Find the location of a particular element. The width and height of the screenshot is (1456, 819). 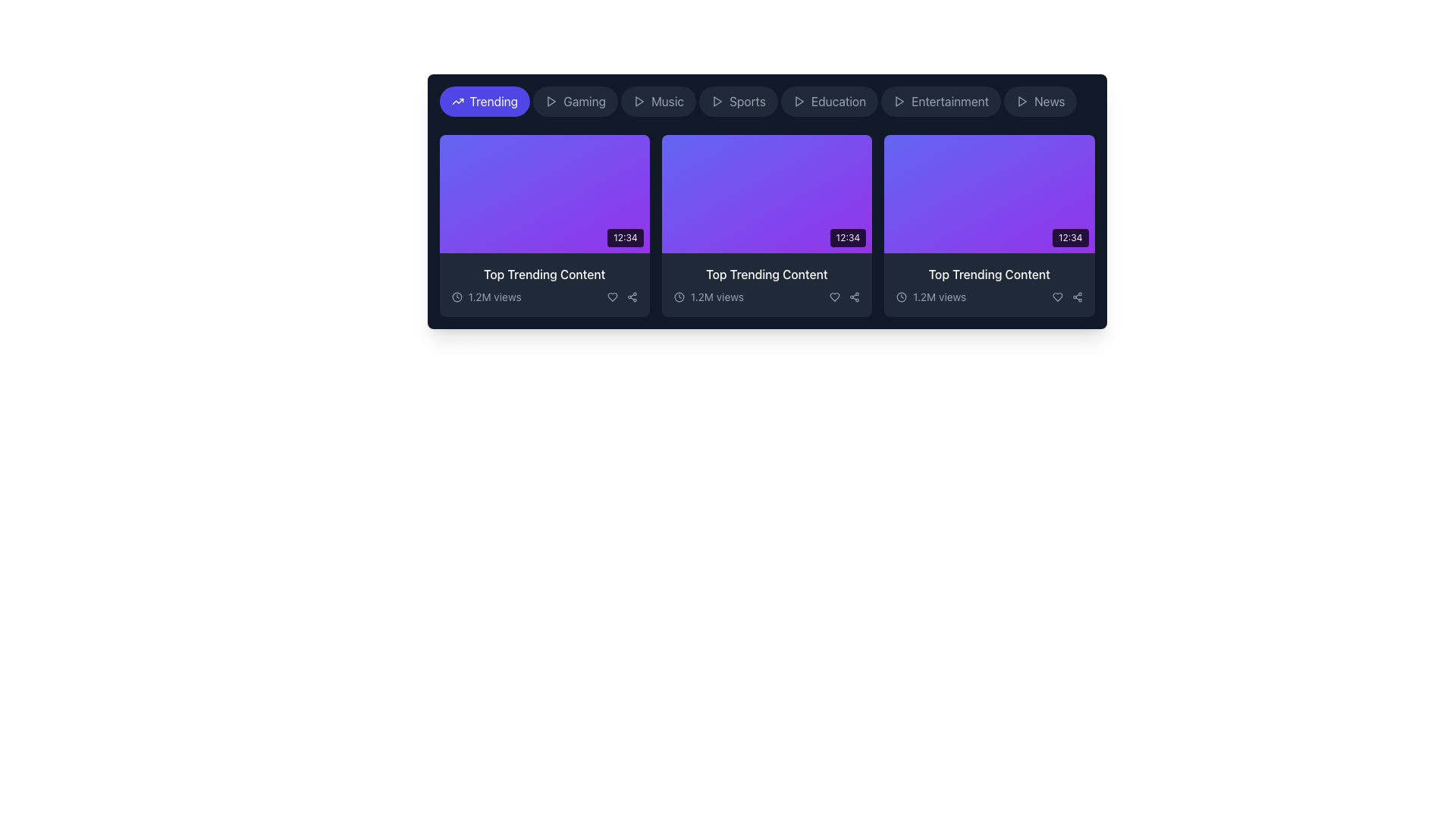

the 'News' section in the rightmost interactive button of the horizontal navigation menu is located at coordinates (1049, 102).